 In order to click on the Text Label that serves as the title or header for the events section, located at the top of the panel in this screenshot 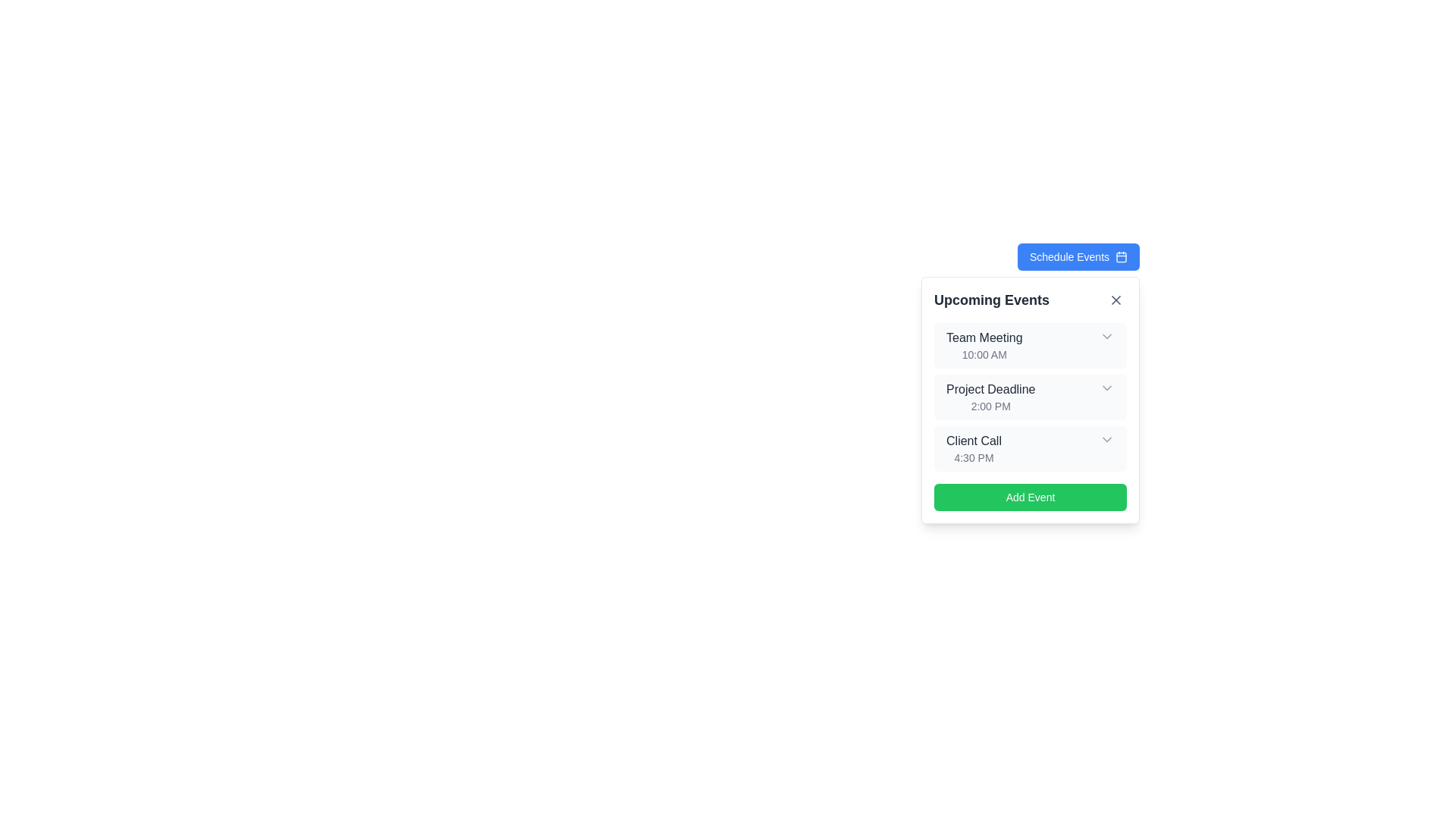, I will do `click(992, 300)`.